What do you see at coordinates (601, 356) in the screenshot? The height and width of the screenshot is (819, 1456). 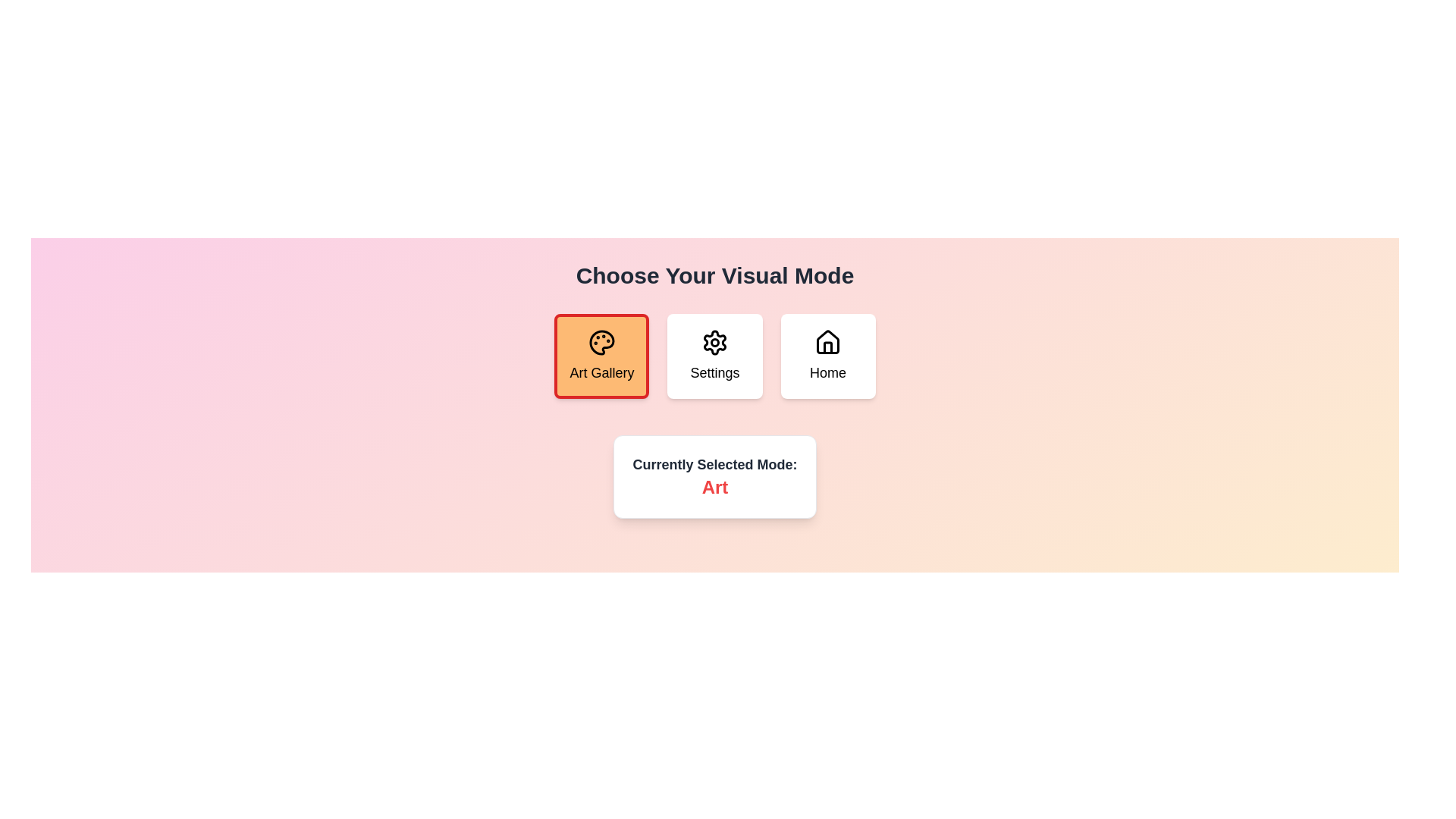 I see `the mode labeled Art Gallery to inspect its icon and label` at bounding box center [601, 356].